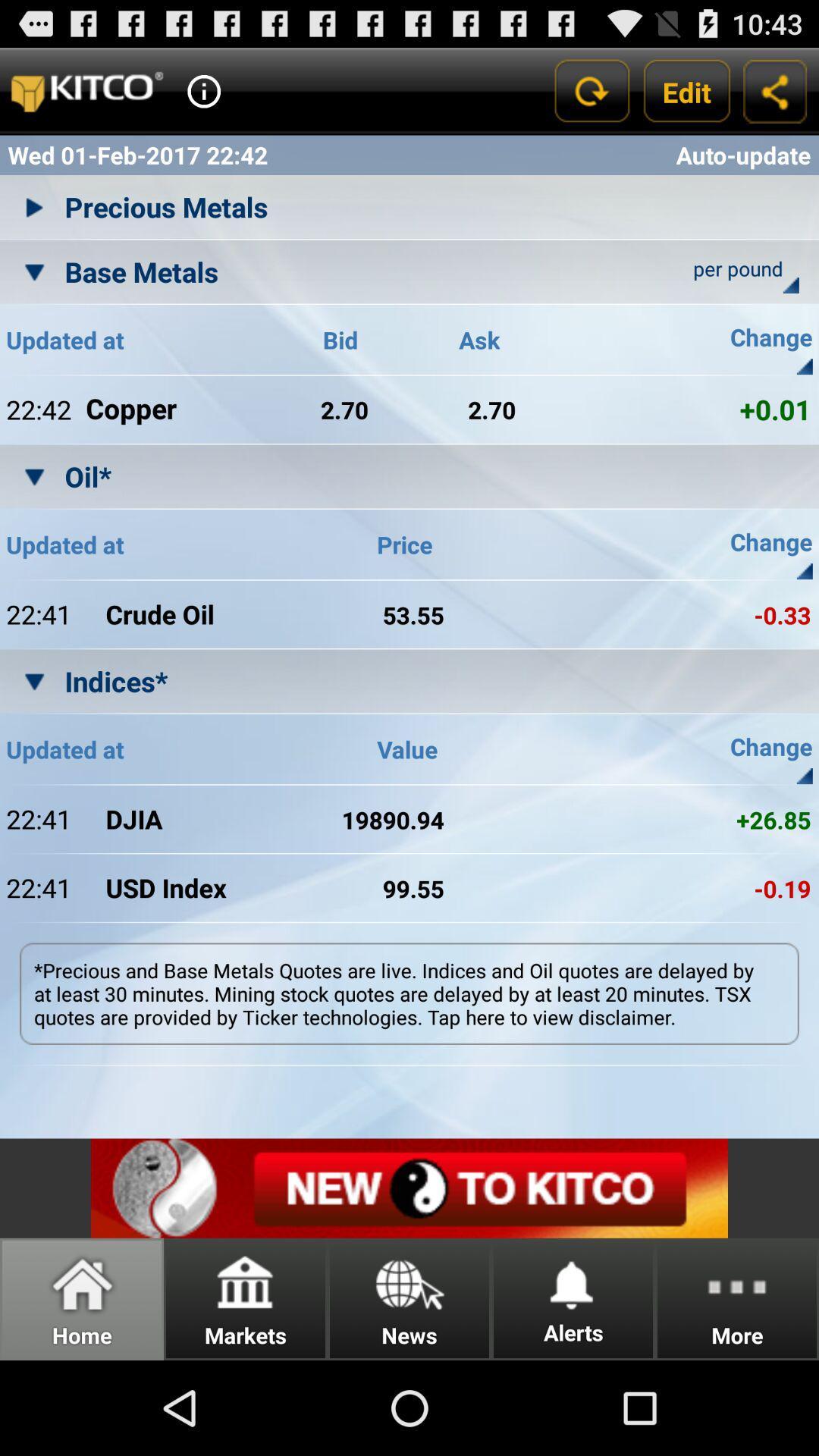 The width and height of the screenshot is (819, 1456). What do you see at coordinates (34, 271) in the screenshot?
I see `the down arrow left to base metals` at bounding box center [34, 271].